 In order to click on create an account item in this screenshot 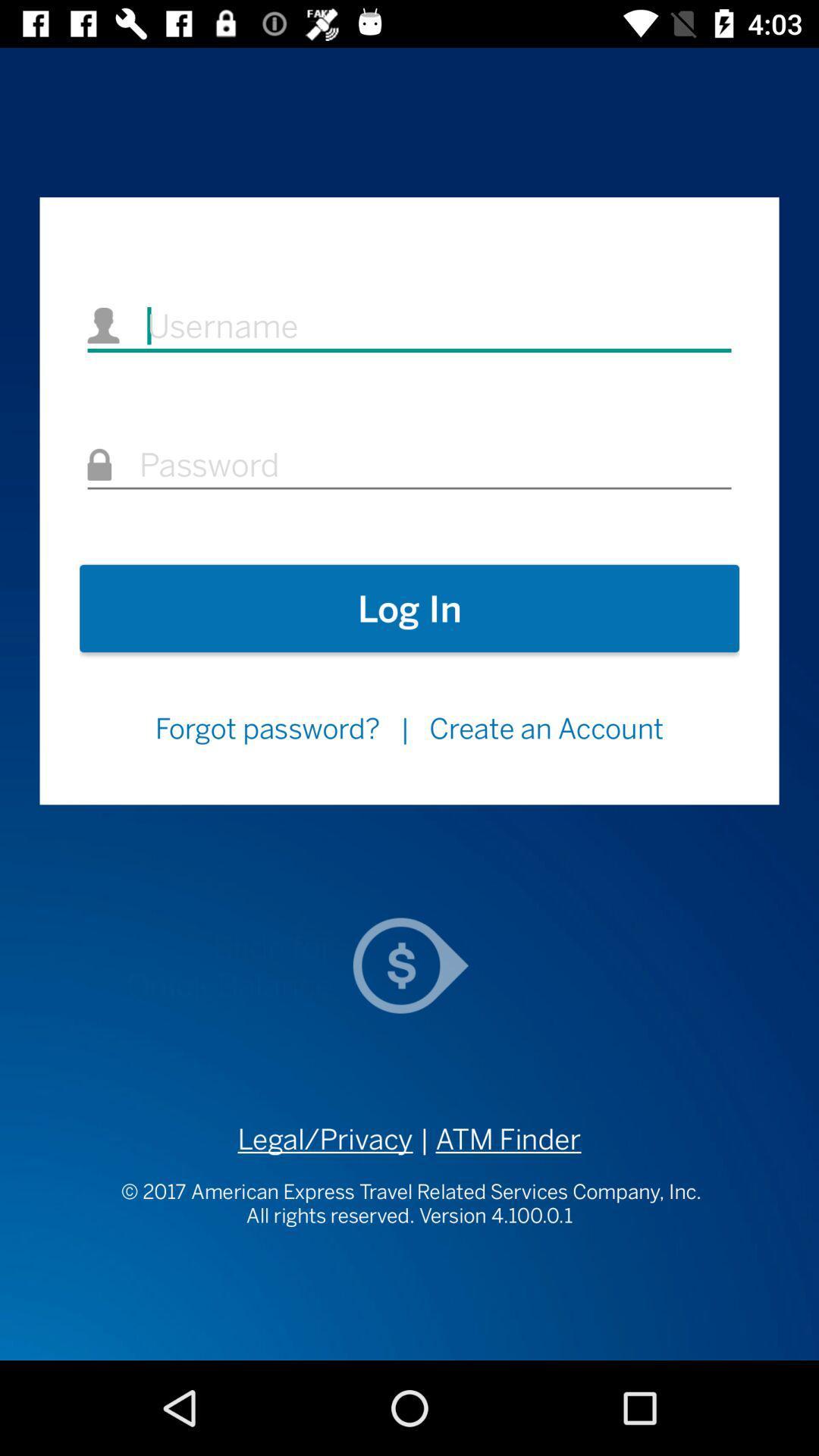, I will do `click(547, 728)`.